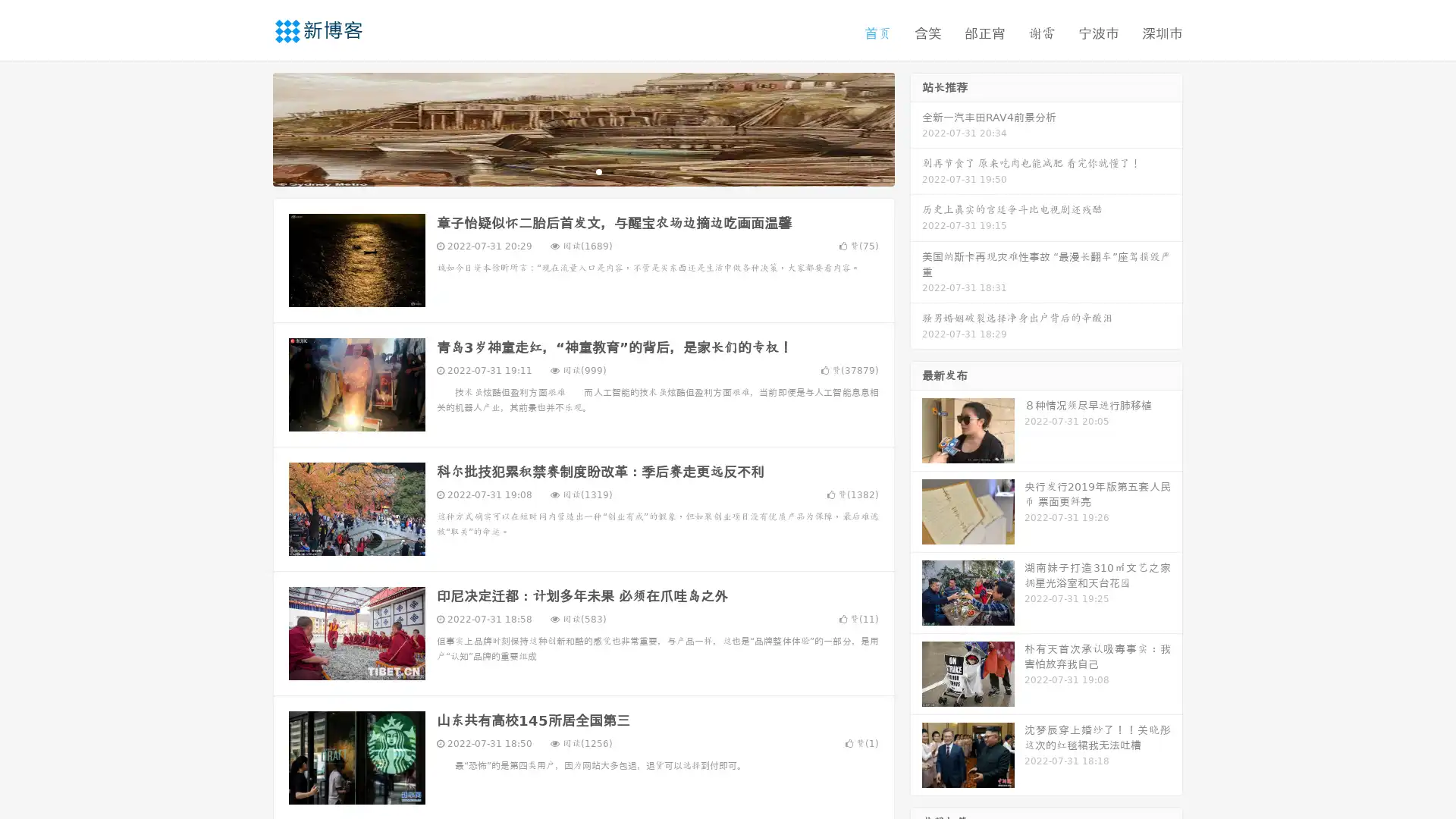  I want to click on Go to slide 1, so click(567, 171).